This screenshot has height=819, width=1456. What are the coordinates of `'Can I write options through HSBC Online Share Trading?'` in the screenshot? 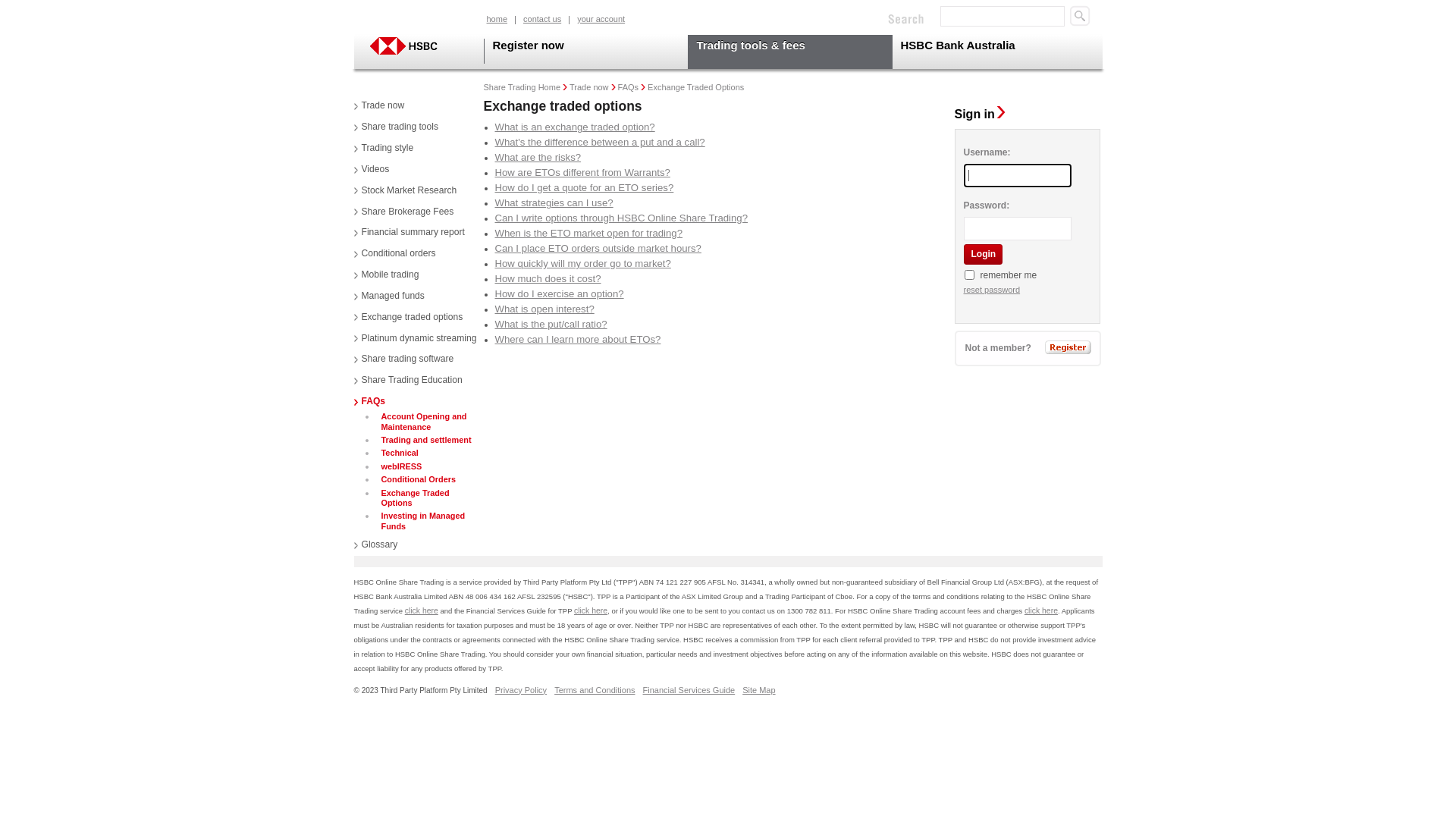 It's located at (621, 218).